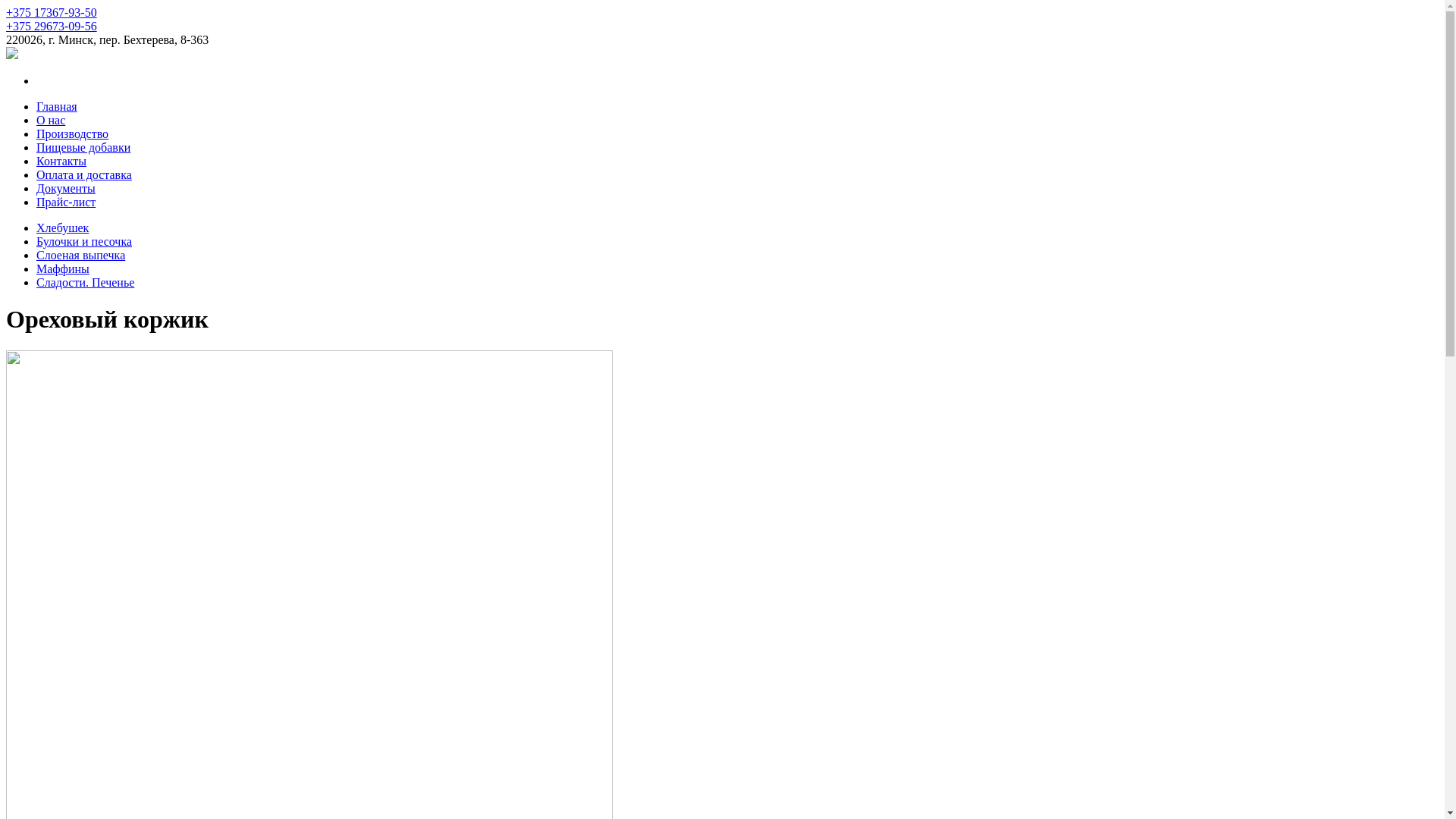 Image resolution: width=1456 pixels, height=819 pixels. What do you see at coordinates (51, 12) in the screenshot?
I see `'+375 17367-93-50'` at bounding box center [51, 12].